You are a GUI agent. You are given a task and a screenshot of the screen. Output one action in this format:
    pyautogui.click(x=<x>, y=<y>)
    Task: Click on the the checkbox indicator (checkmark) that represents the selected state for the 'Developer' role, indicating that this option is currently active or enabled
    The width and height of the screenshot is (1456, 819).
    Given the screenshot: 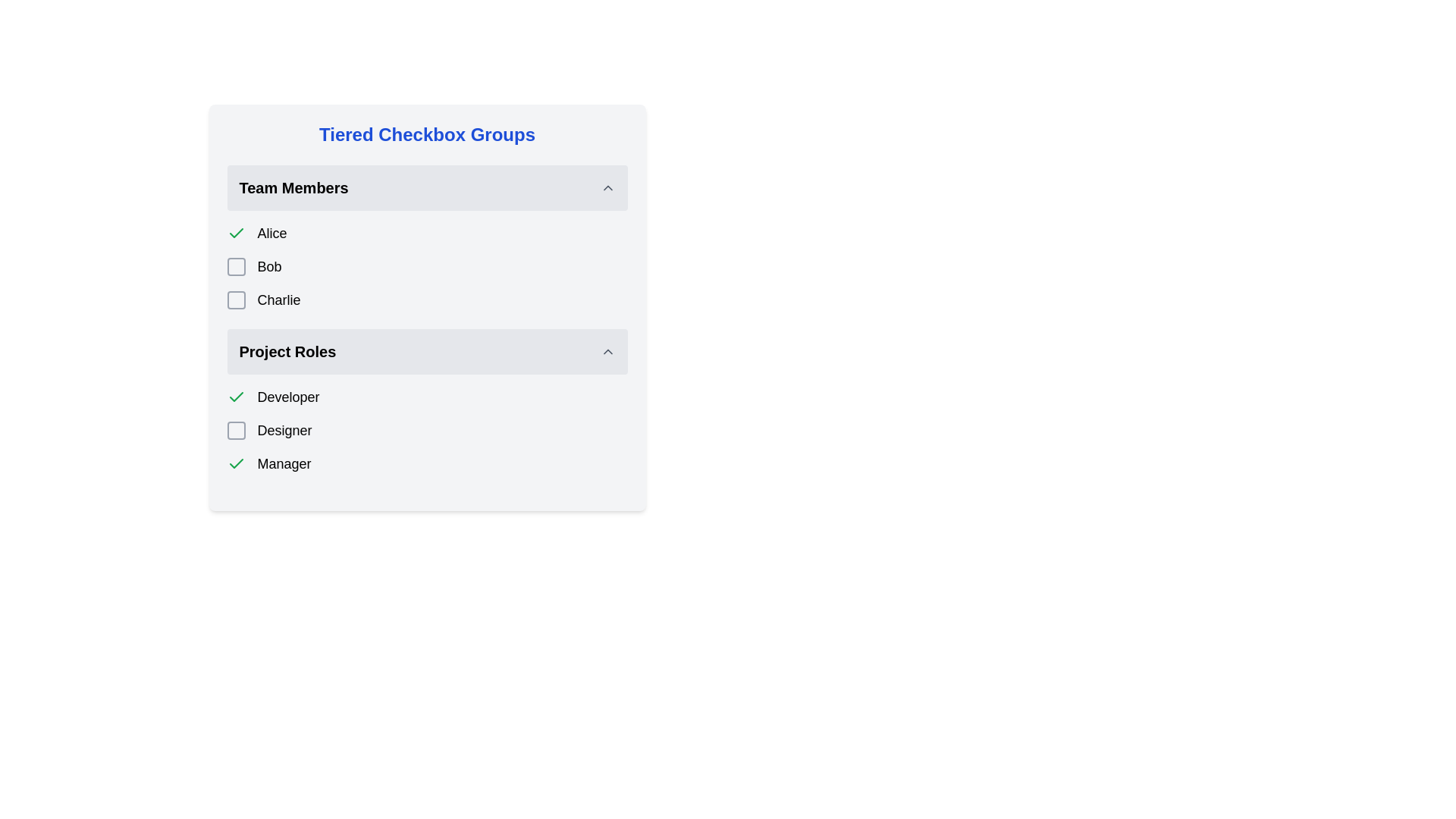 What is the action you would take?
    pyautogui.click(x=235, y=397)
    